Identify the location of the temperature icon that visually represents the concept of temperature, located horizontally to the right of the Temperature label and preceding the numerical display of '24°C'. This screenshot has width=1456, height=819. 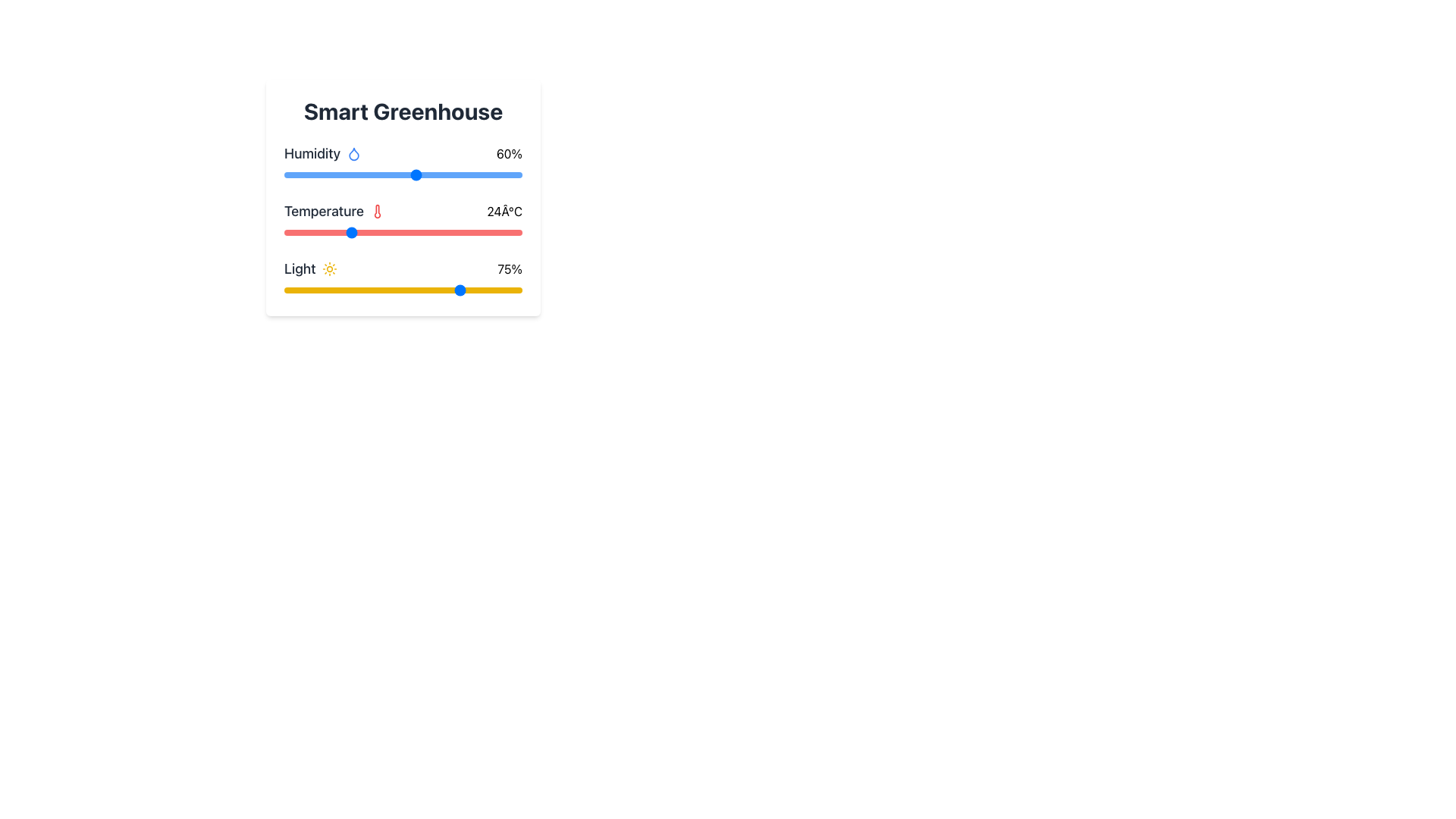
(377, 211).